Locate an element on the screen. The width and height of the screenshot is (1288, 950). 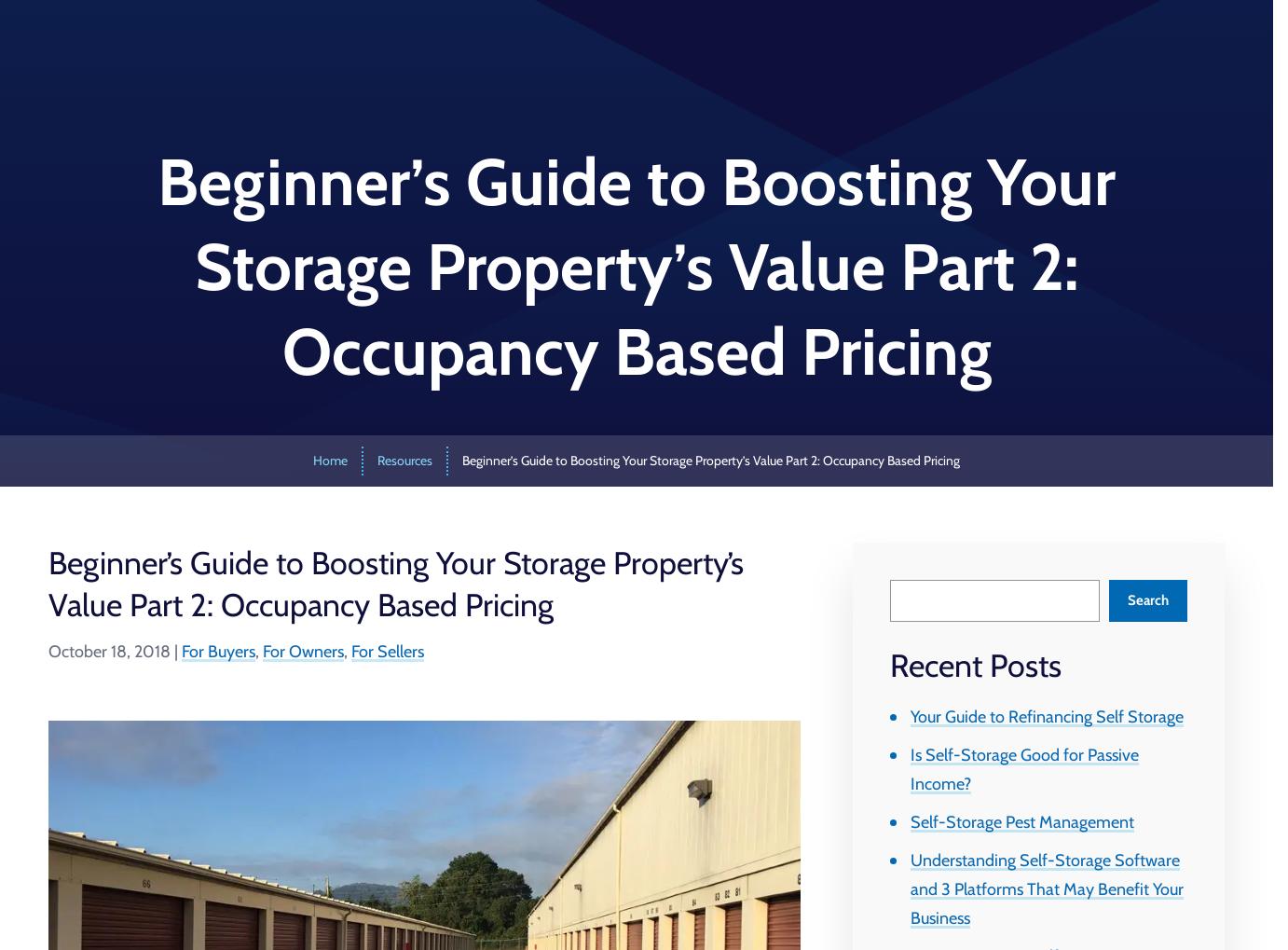
'In this example you can clearly see how the lower street rate is actually driving annual revenue. Once the customers have rented the unit, you can then put them in to your tenant increase schedule that we talked about in' is located at coordinates (417, 171).